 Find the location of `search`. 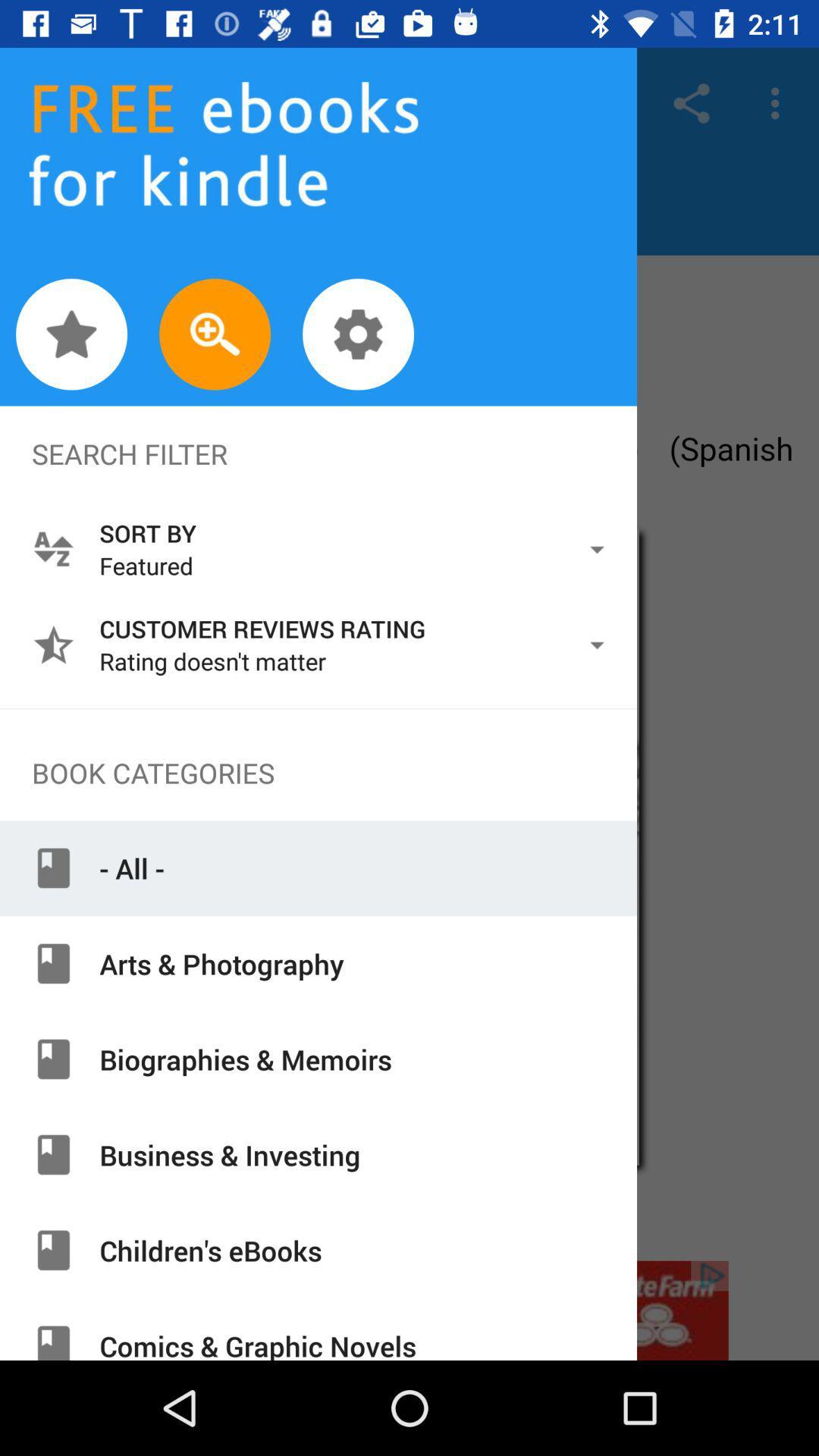

search is located at coordinates (215, 334).